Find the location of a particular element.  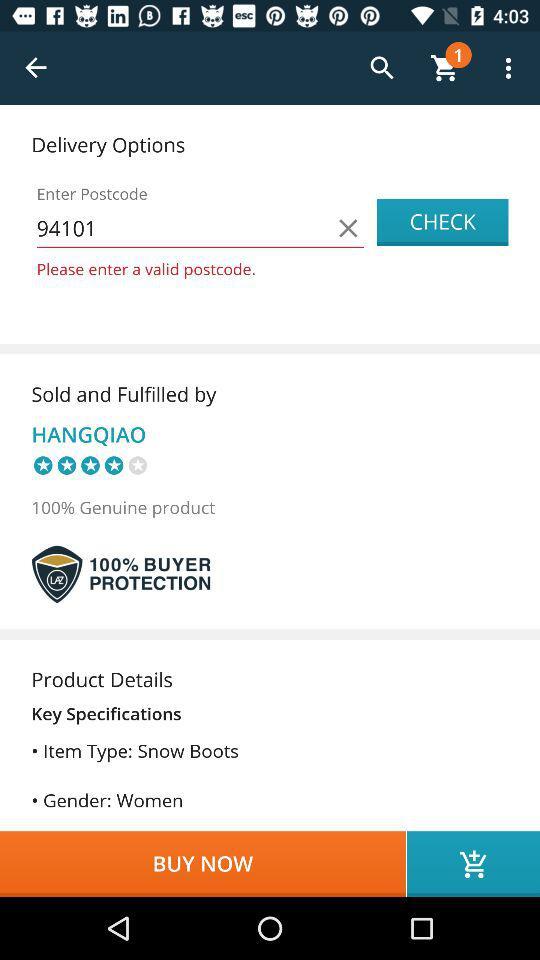

return to previous page is located at coordinates (36, 68).